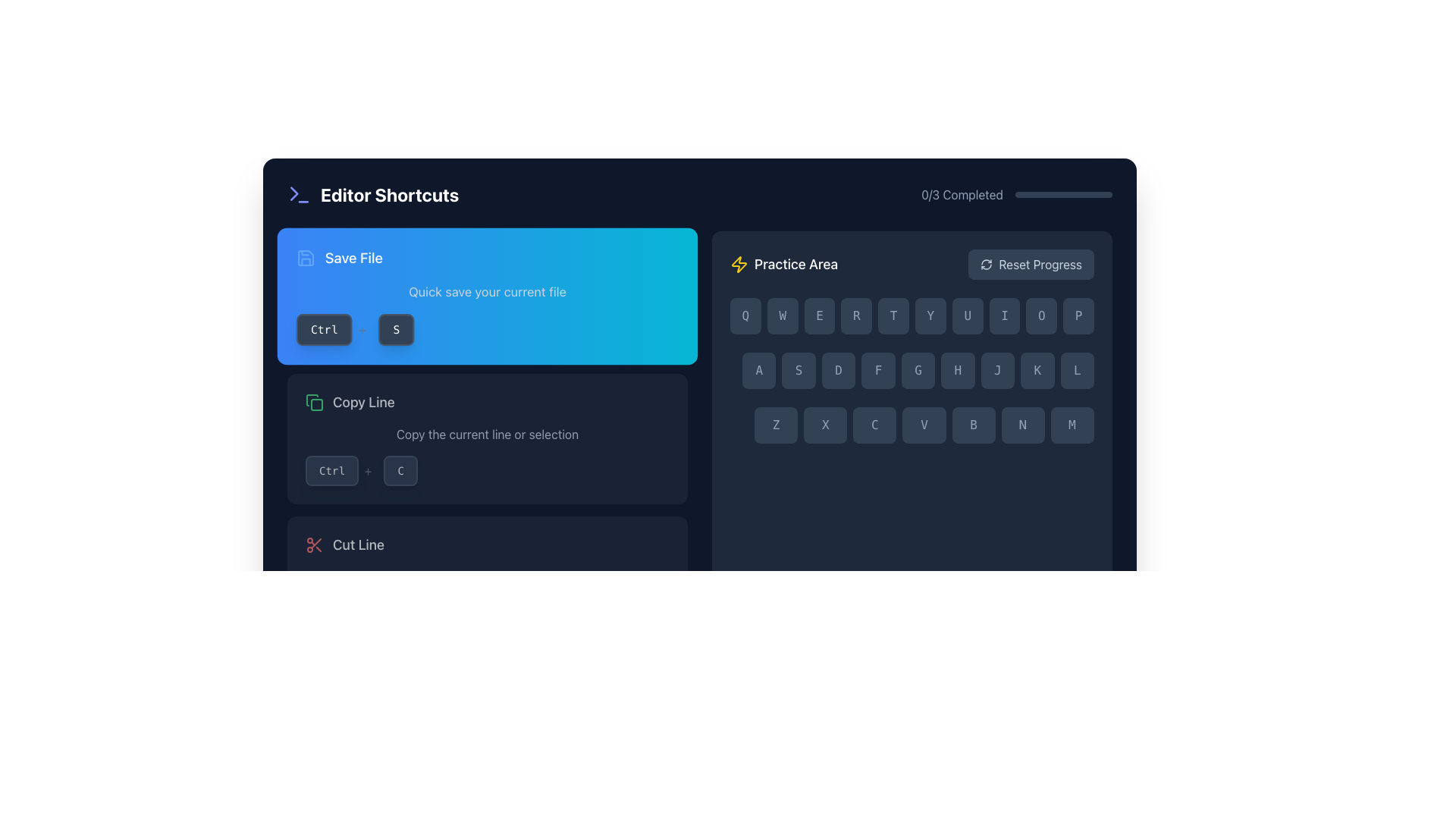  I want to click on the 'Save File' label with a floppy disk icon, which is styled with a white font on a gradient blue background, located in the upper-left section of the interface, so click(338, 257).